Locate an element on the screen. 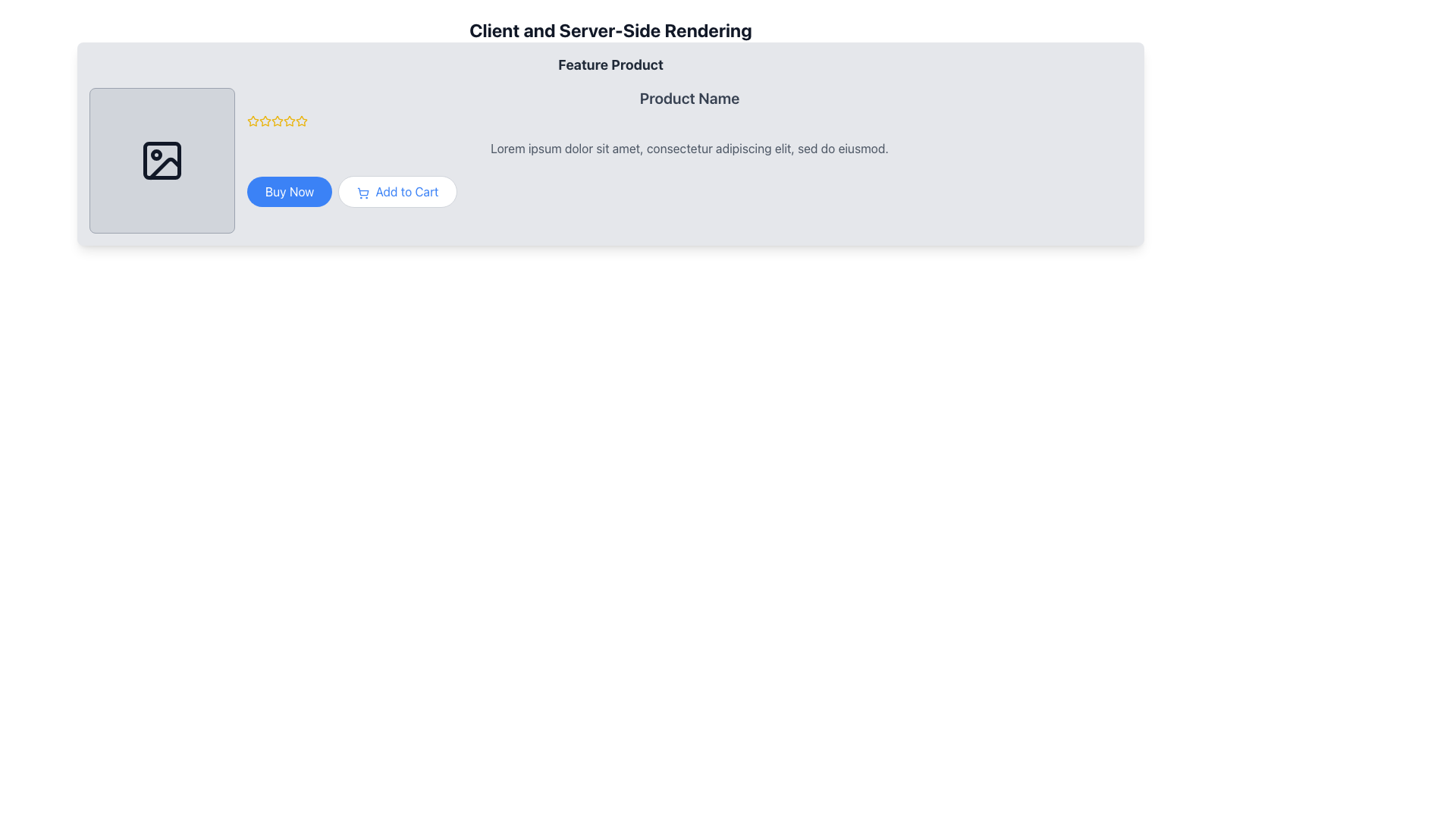  the fourth star icon in the rating system to rate the product or service is located at coordinates (277, 120).